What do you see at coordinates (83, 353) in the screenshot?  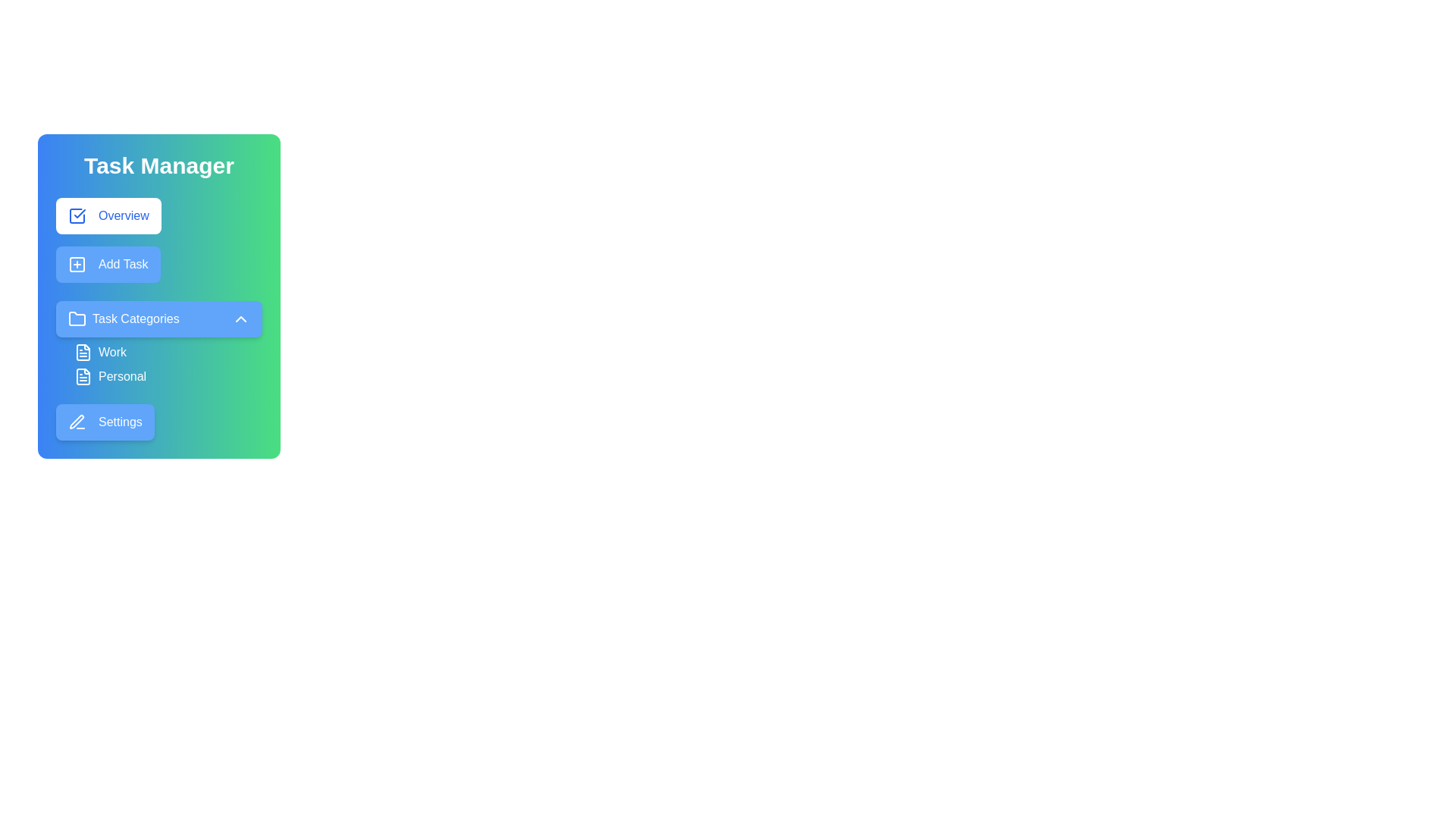 I see `the 'Work' category icon located to the left of the 'Work' label in the 'Task Categories' section of the sidebar menu` at bounding box center [83, 353].